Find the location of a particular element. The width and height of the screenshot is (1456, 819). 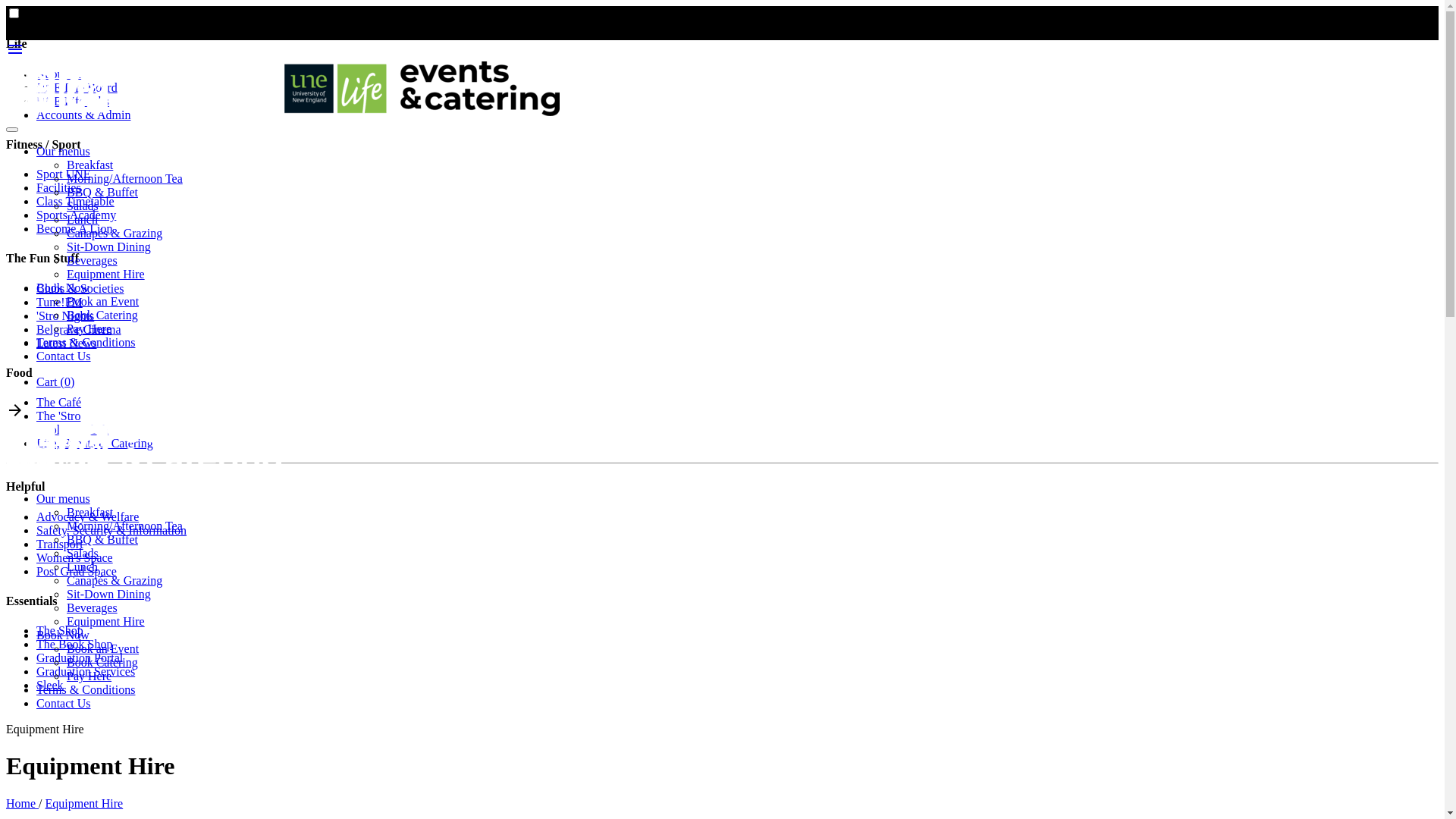

'The Book Shop' is located at coordinates (73, 644).